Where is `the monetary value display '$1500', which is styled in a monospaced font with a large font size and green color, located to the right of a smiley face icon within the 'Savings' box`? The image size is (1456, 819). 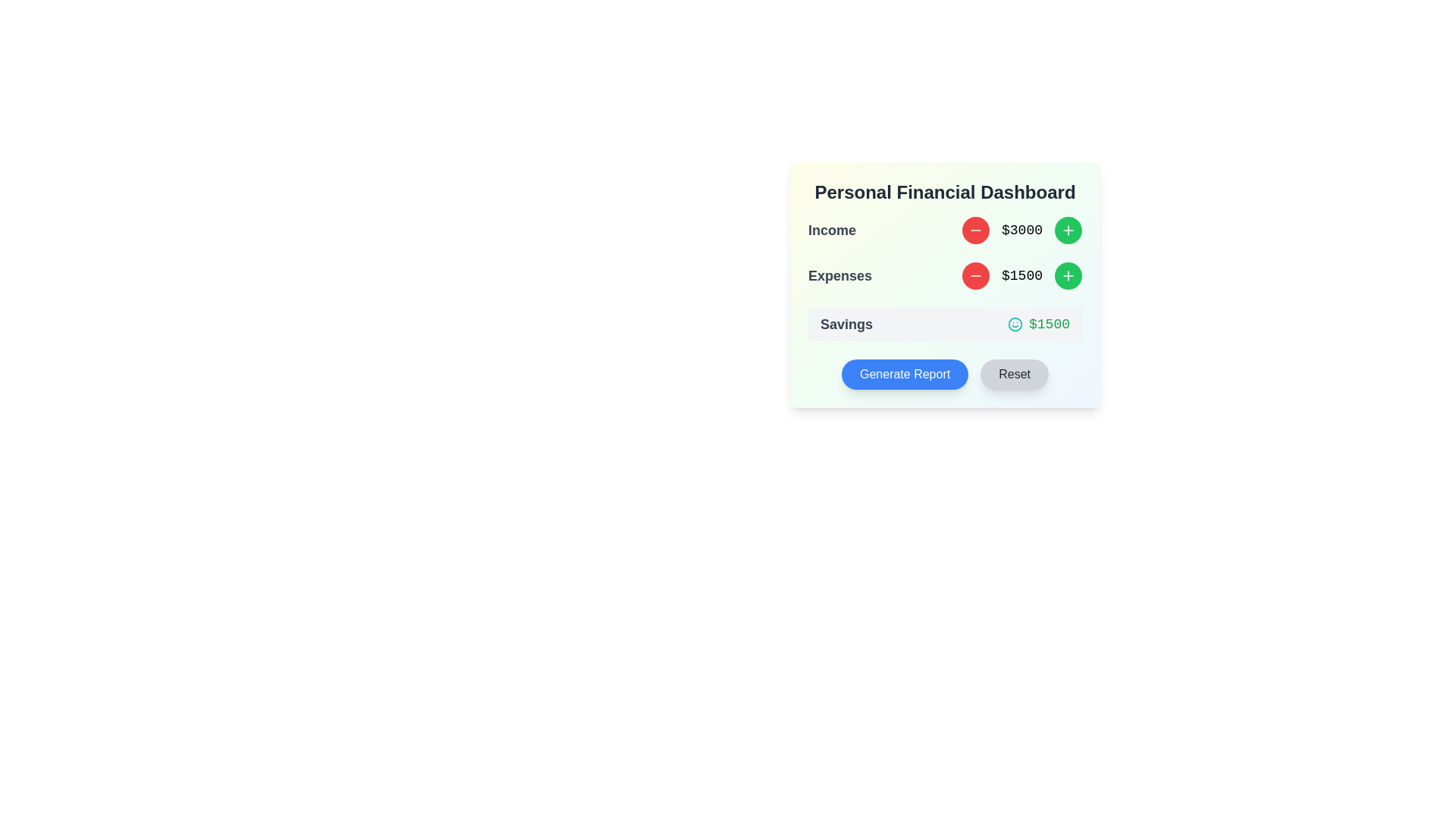 the monetary value display '$1500', which is styled in a monospaced font with a large font size and green color, located to the right of a smiley face icon within the 'Savings' box is located at coordinates (1037, 324).